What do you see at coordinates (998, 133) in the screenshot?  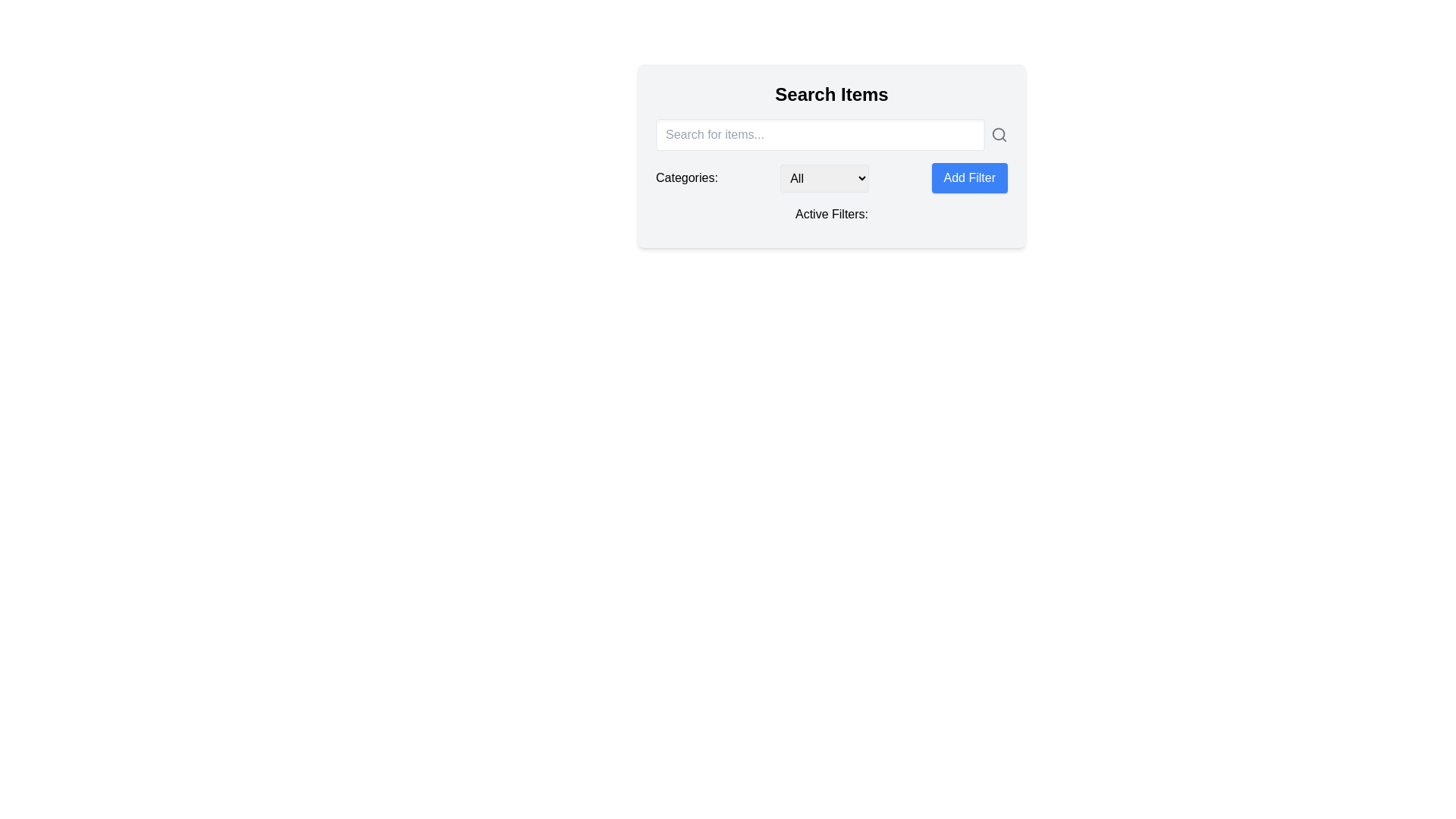 I see `the decorative circular shape that is part of the search icon located on the right-hand side of the search input field` at bounding box center [998, 133].